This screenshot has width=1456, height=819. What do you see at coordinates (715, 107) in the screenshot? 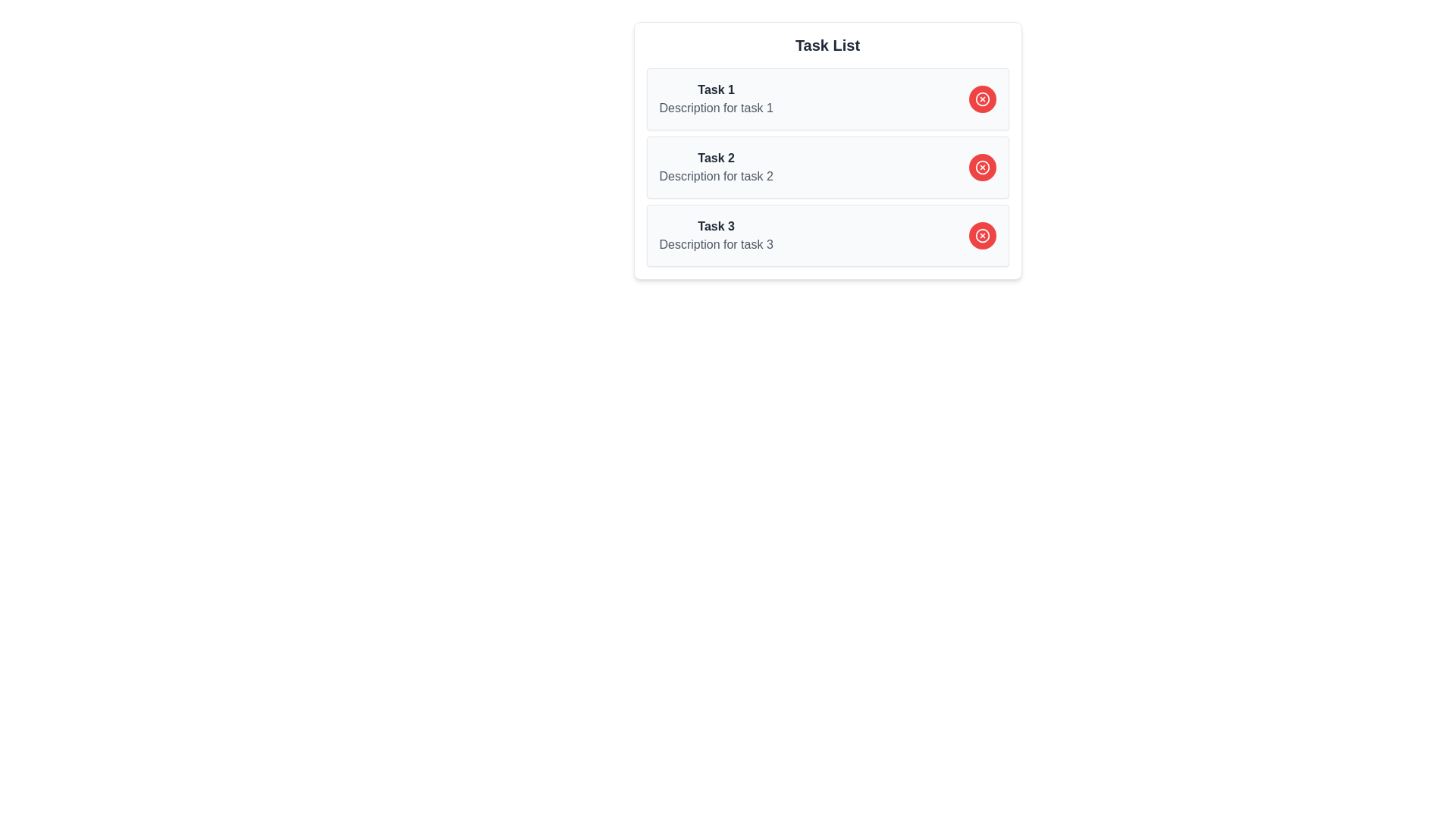
I see `the static text providing additional descriptive information about 'Task 1', located in the upper-left area of the main interface under the task title` at bounding box center [715, 107].